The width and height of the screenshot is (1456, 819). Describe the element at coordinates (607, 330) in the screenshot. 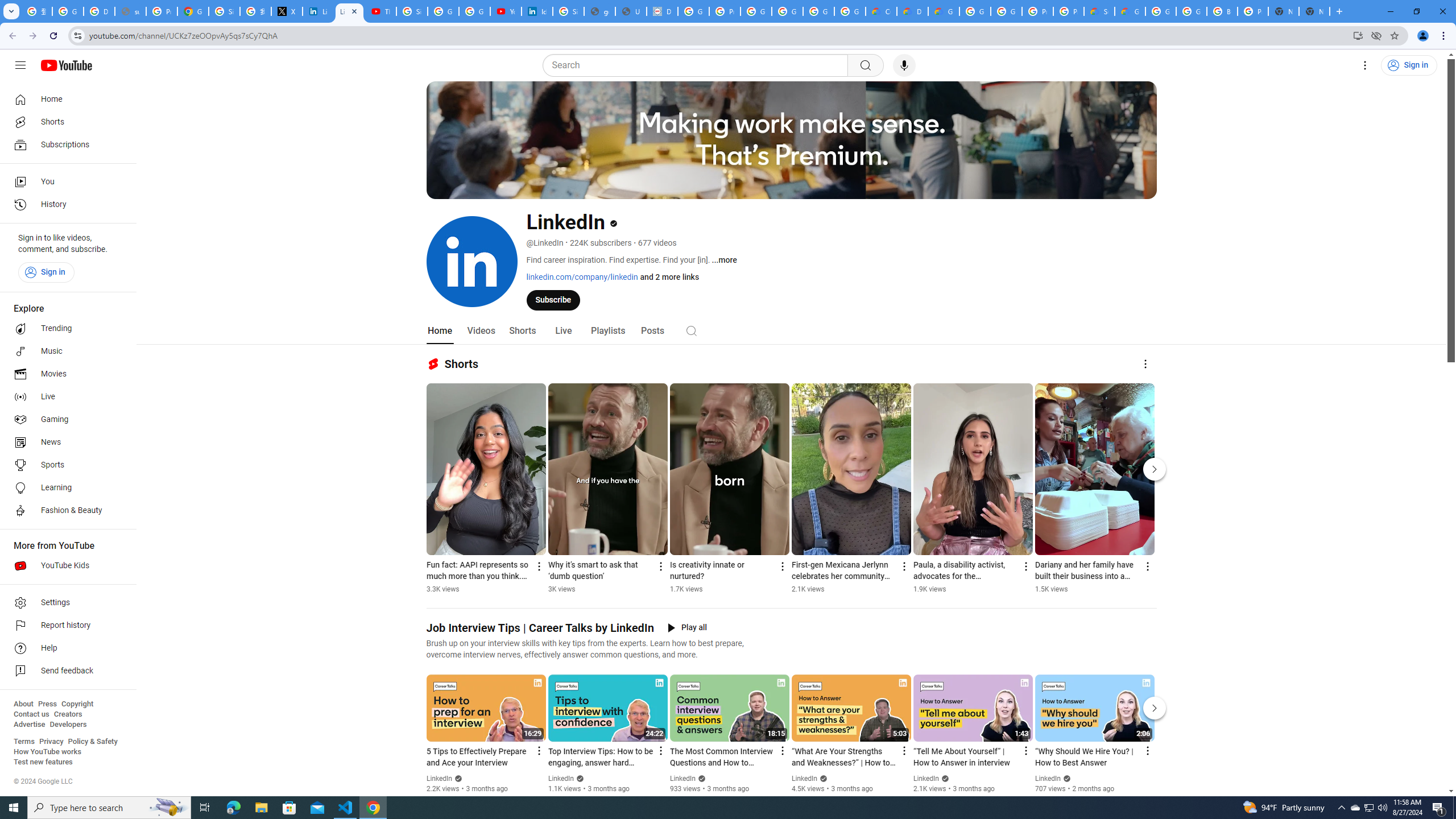

I see `'Playlists'` at that location.